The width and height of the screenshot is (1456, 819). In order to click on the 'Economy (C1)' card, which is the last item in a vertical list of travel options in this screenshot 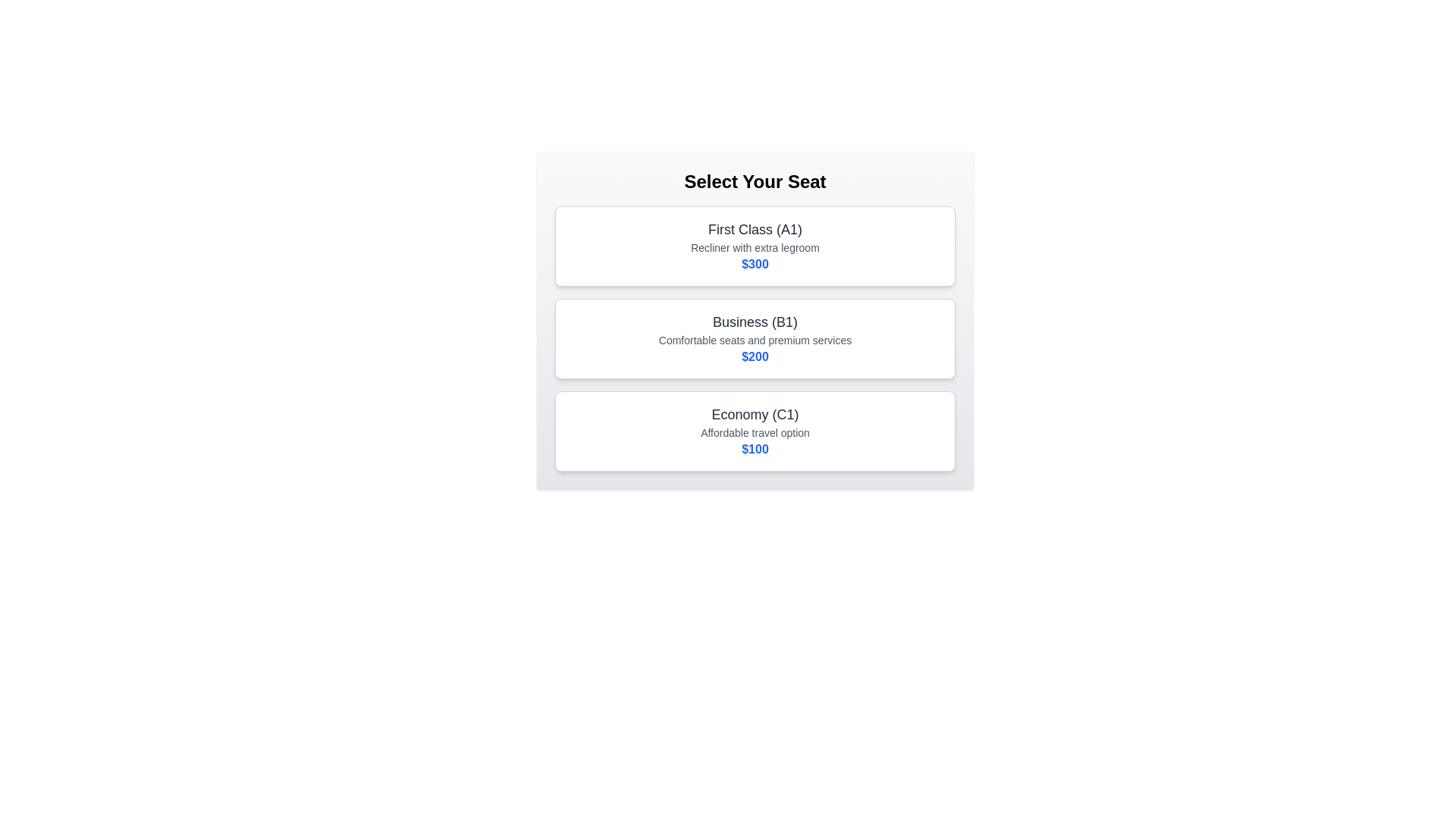, I will do `click(755, 431)`.